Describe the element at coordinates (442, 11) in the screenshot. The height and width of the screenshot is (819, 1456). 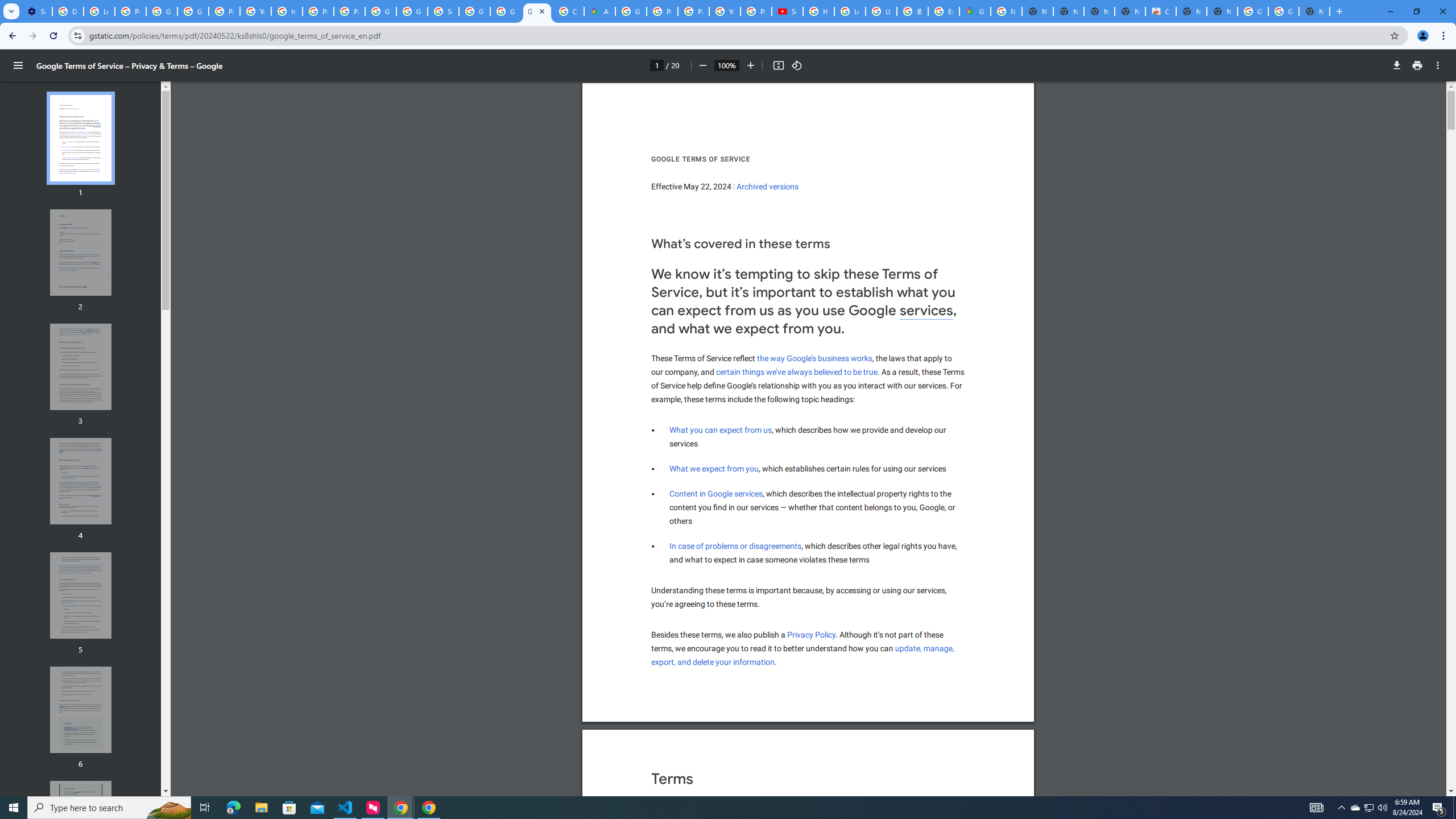
I see `'Sign in - Google Accounts'` at that location.